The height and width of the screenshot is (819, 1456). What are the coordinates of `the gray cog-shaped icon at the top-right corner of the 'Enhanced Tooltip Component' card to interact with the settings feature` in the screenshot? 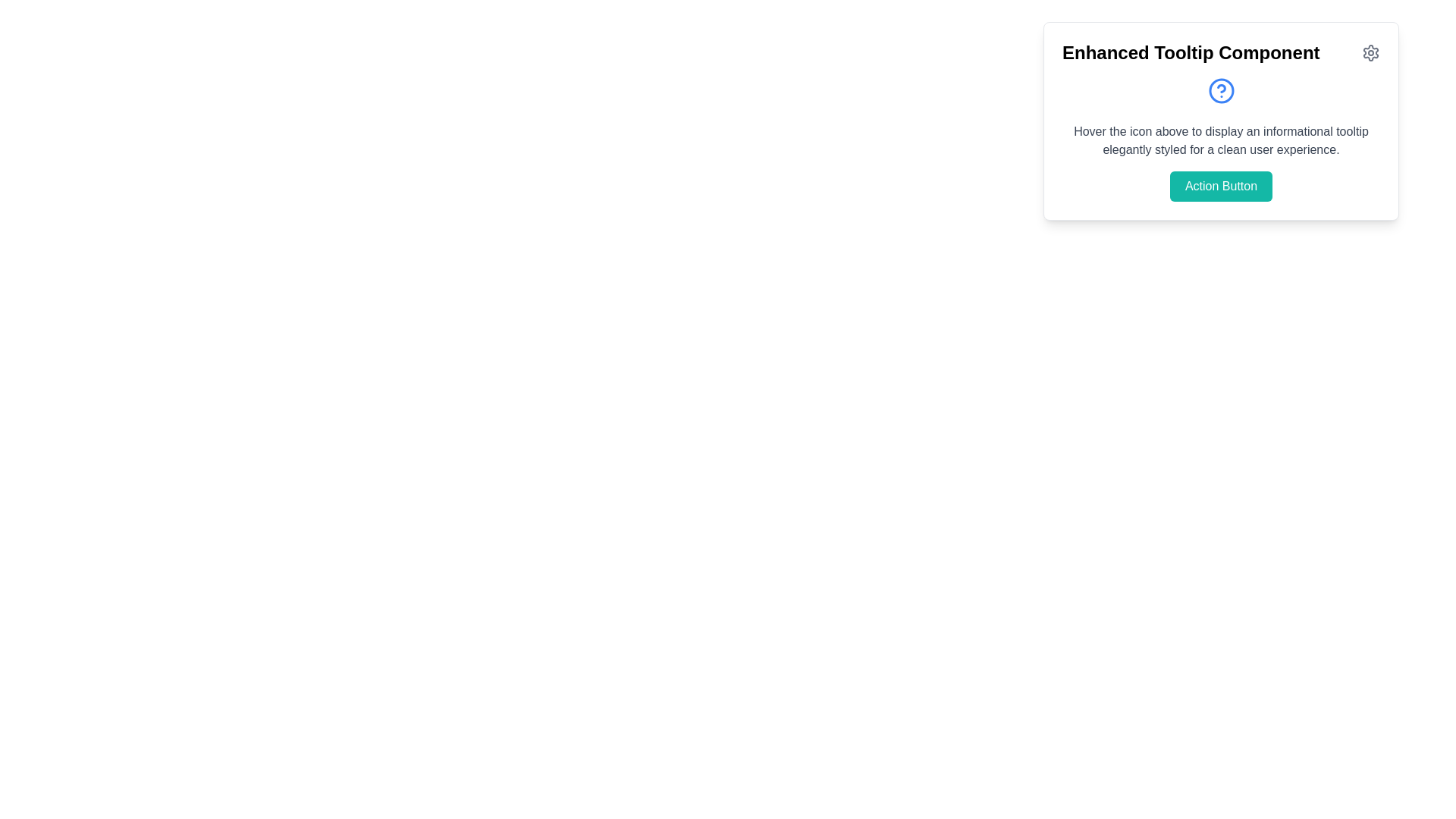 It's located at (1371, 52).